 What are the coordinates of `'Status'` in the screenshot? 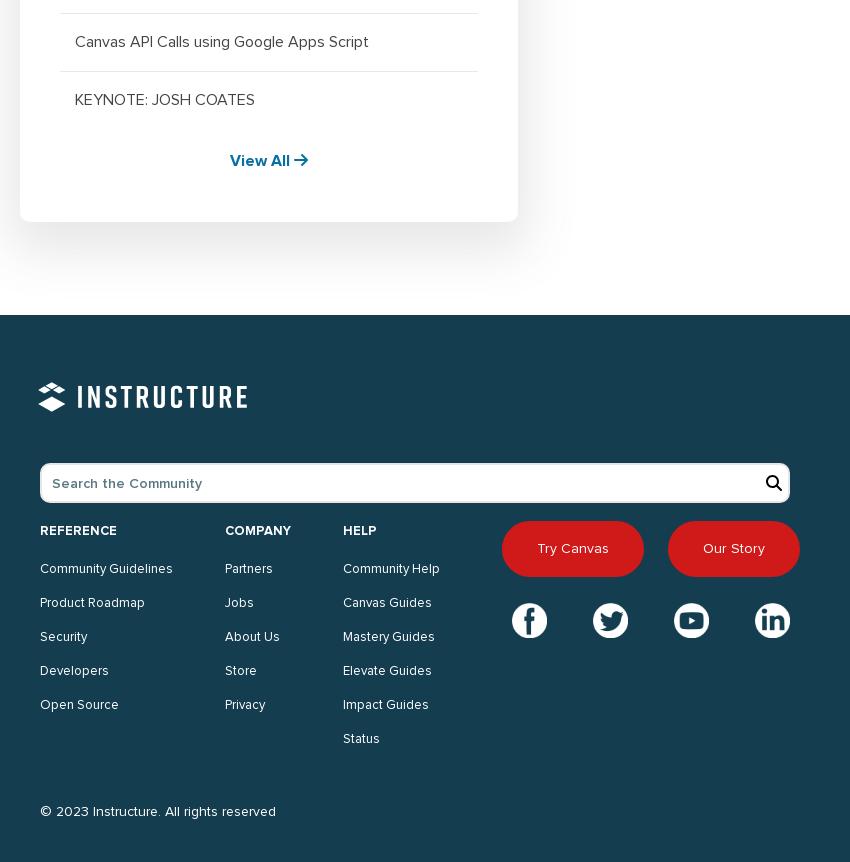 It's located at (360, 739).